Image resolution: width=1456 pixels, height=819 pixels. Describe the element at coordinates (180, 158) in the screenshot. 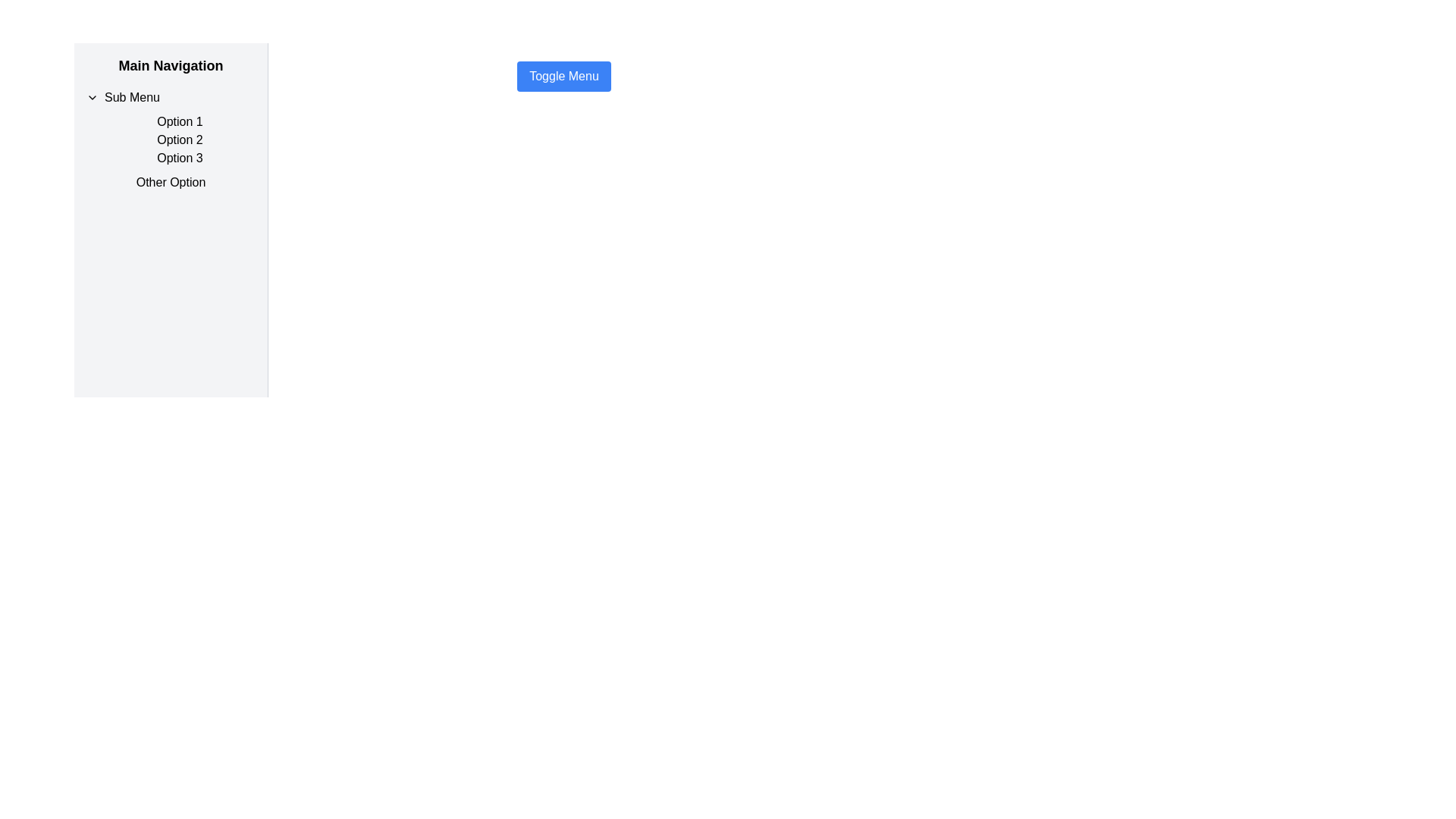

I see `the third item in the vertical list under the 'Sub Menu' section, which is a selectable option in the navigation menu` at that location.